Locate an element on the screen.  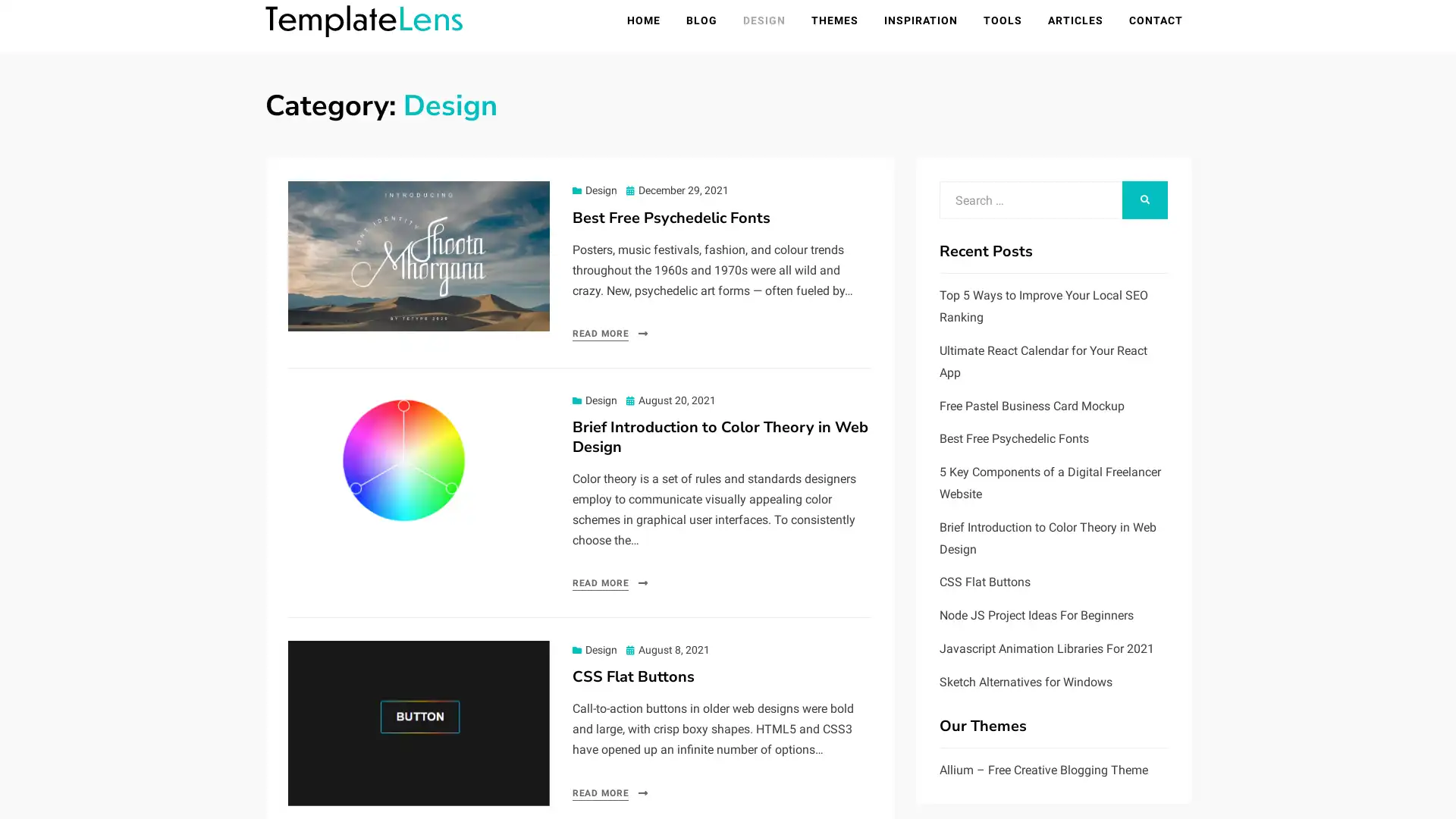
SEARCH is located at coordinates (1145, 201).